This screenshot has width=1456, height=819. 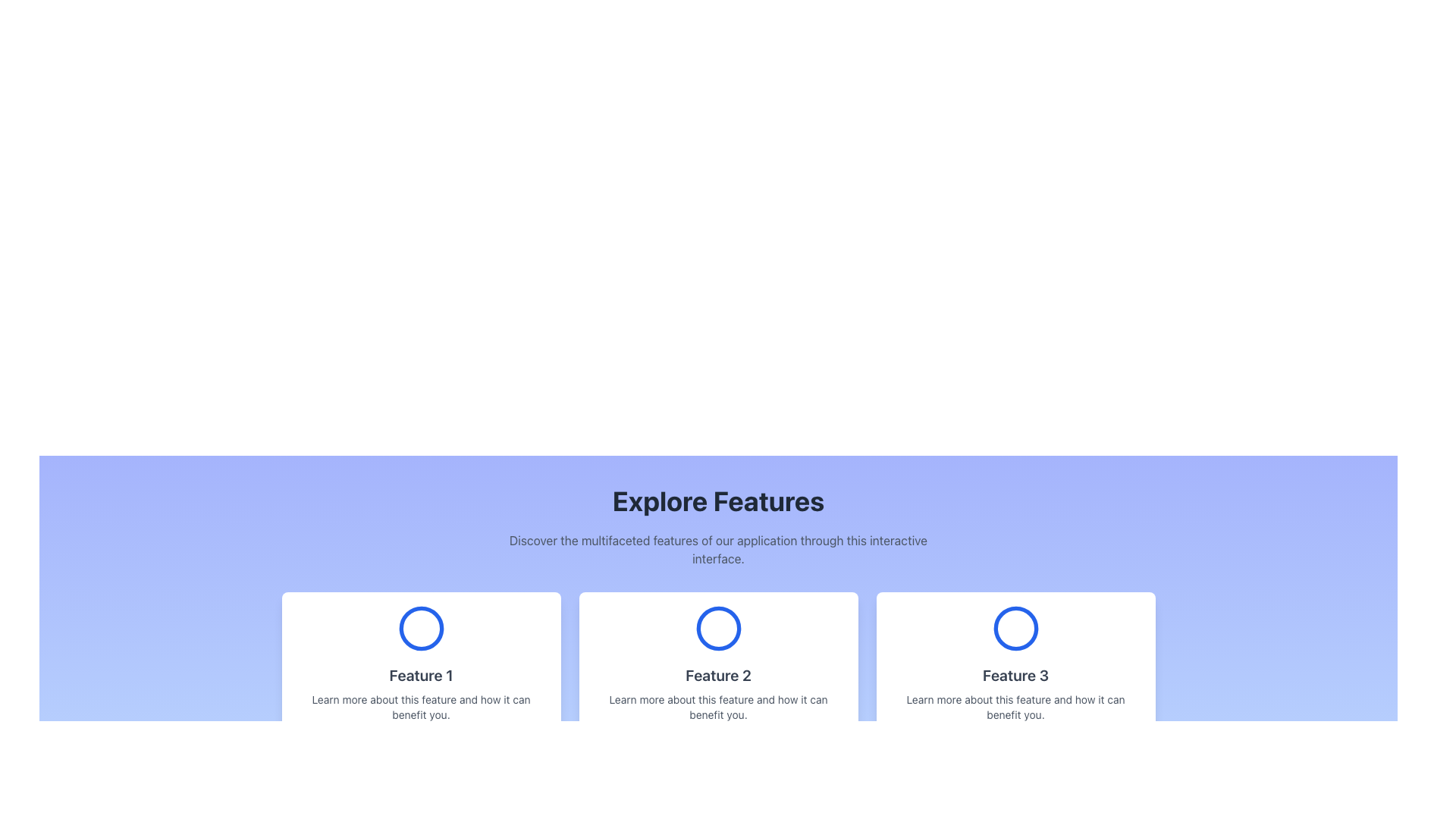 What do you see at coordinates (717, 550) in the screenshot?
I see `the explanatory text content located beneath the 'Explore Features' heading, which serves to provide context about the interactive features below` at bounding box center [717, 550].